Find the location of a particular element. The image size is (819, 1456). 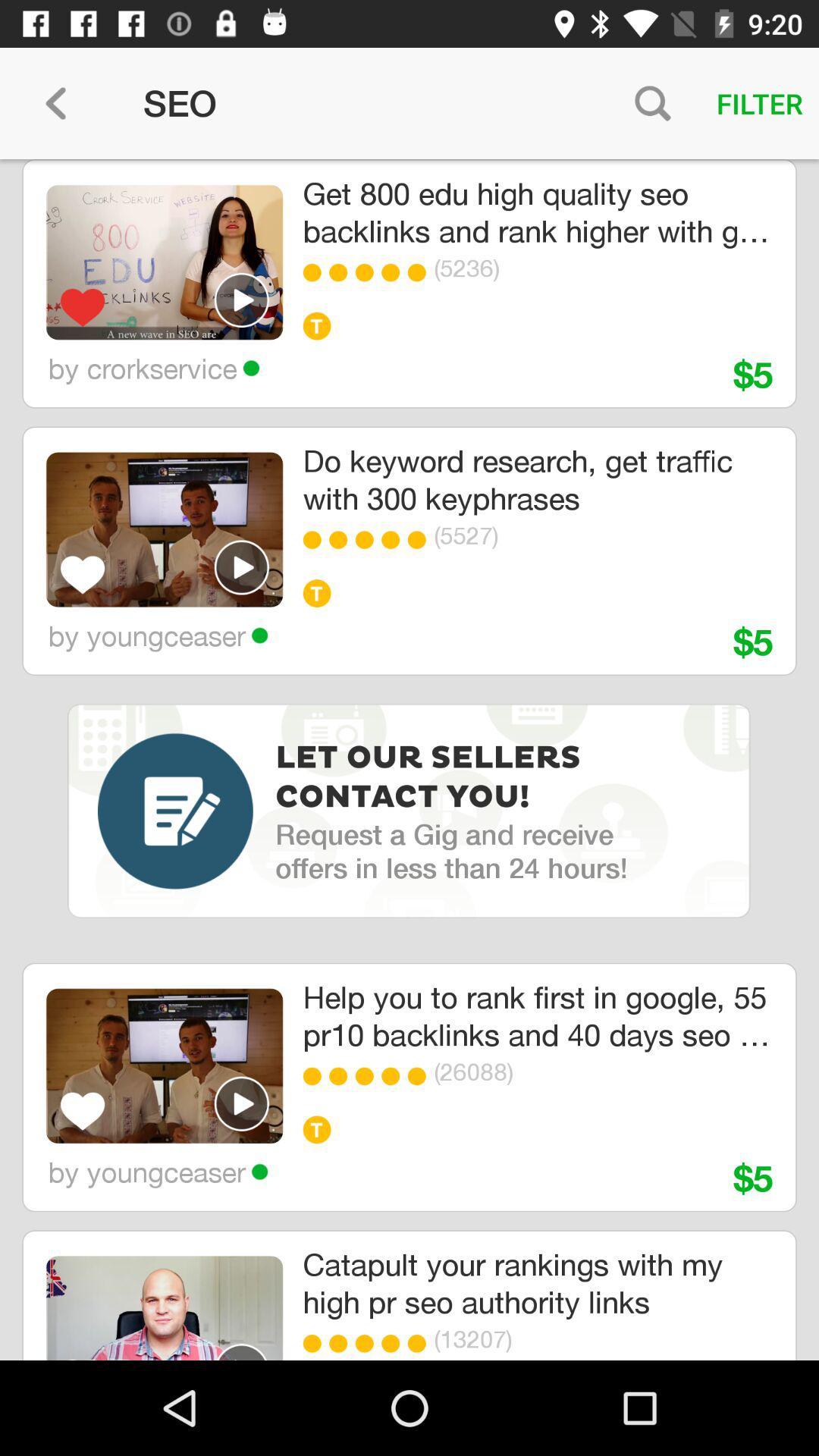

the icon which is left to the let our sellers contact you is located at coordinates (174, 811).